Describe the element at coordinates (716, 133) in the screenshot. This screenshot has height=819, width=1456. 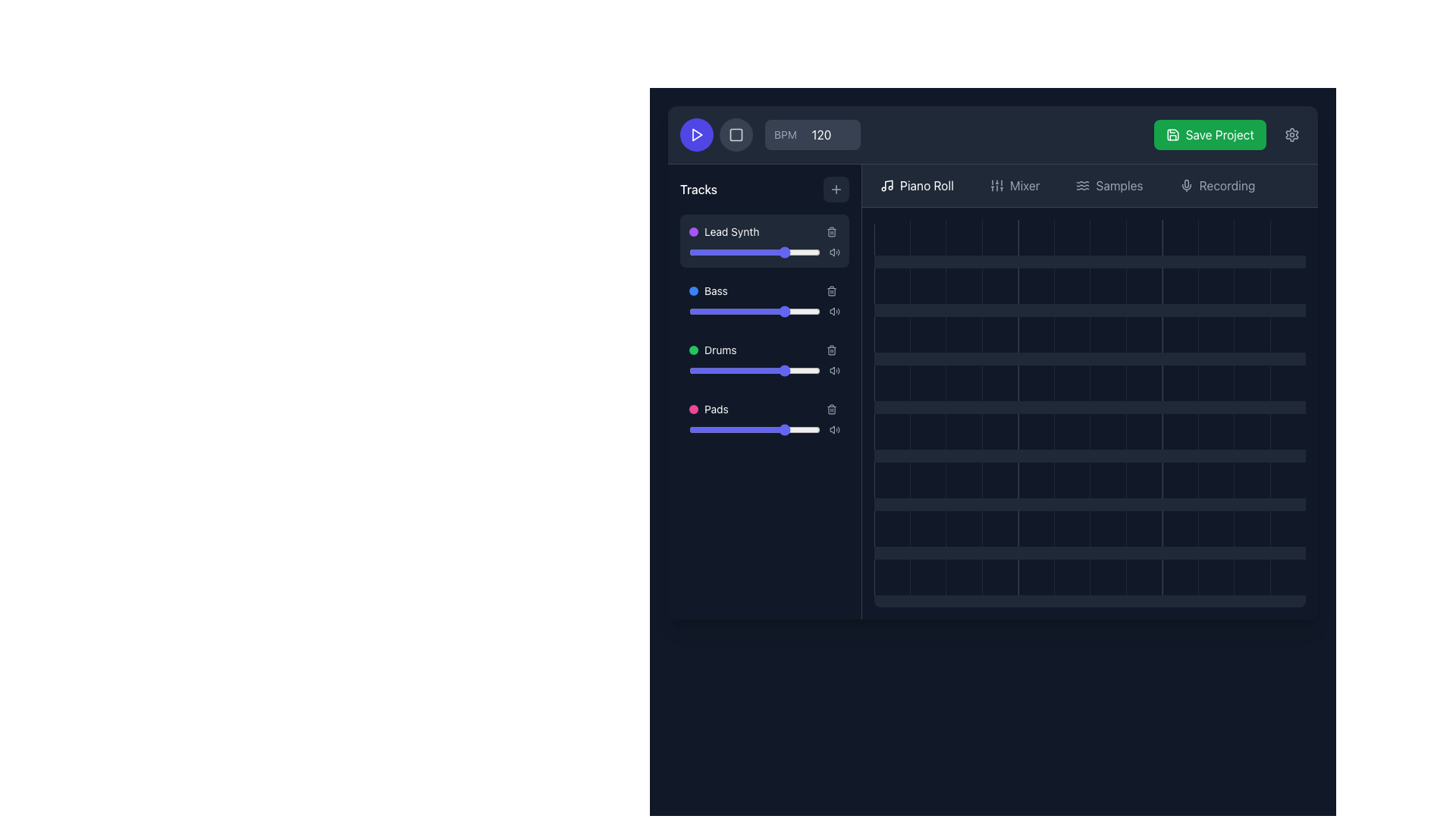
I see `the media control button group located at the top-left corner of the interface to possibly reveal tooltips` at that location.